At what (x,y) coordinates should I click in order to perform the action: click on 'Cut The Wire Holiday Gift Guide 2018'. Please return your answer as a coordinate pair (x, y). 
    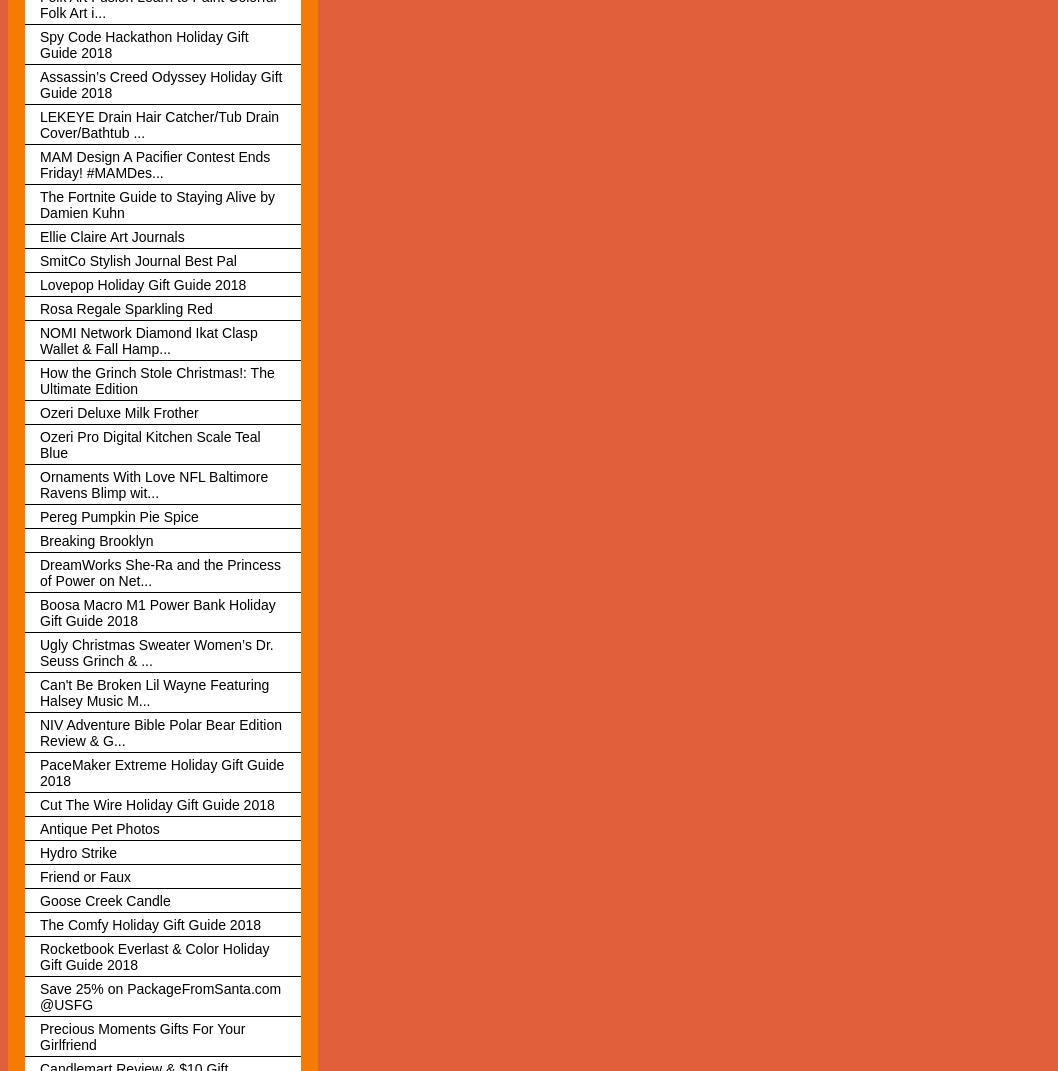
    Looking at the image, I should click on (156, 802).